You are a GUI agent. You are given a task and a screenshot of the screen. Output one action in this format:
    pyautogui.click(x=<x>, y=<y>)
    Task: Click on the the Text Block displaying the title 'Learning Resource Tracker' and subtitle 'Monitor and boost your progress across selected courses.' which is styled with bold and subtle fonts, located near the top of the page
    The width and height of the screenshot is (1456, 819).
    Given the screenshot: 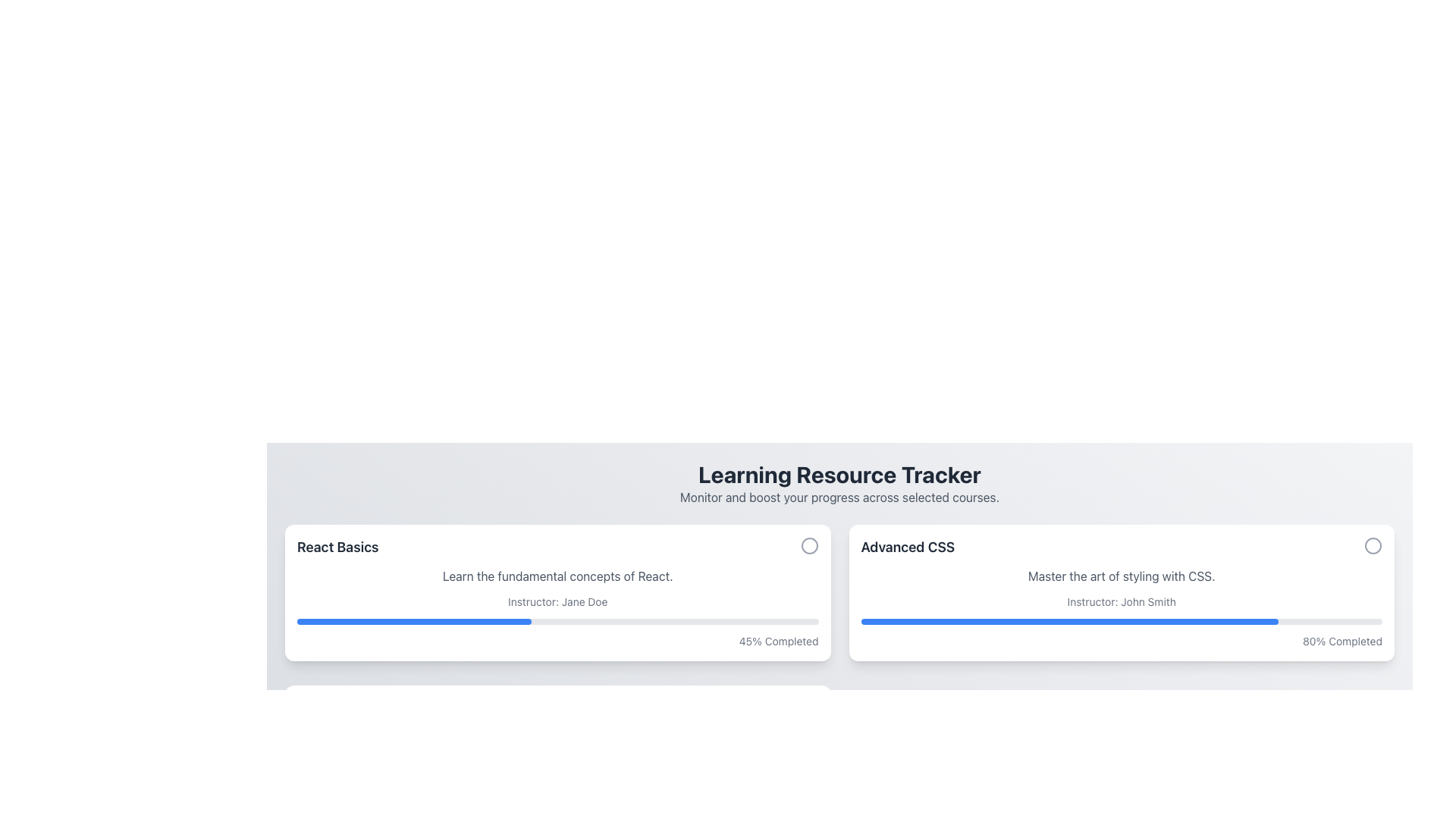 What is the action you would take?
    pyautogui.click(x=839, y=483)
    